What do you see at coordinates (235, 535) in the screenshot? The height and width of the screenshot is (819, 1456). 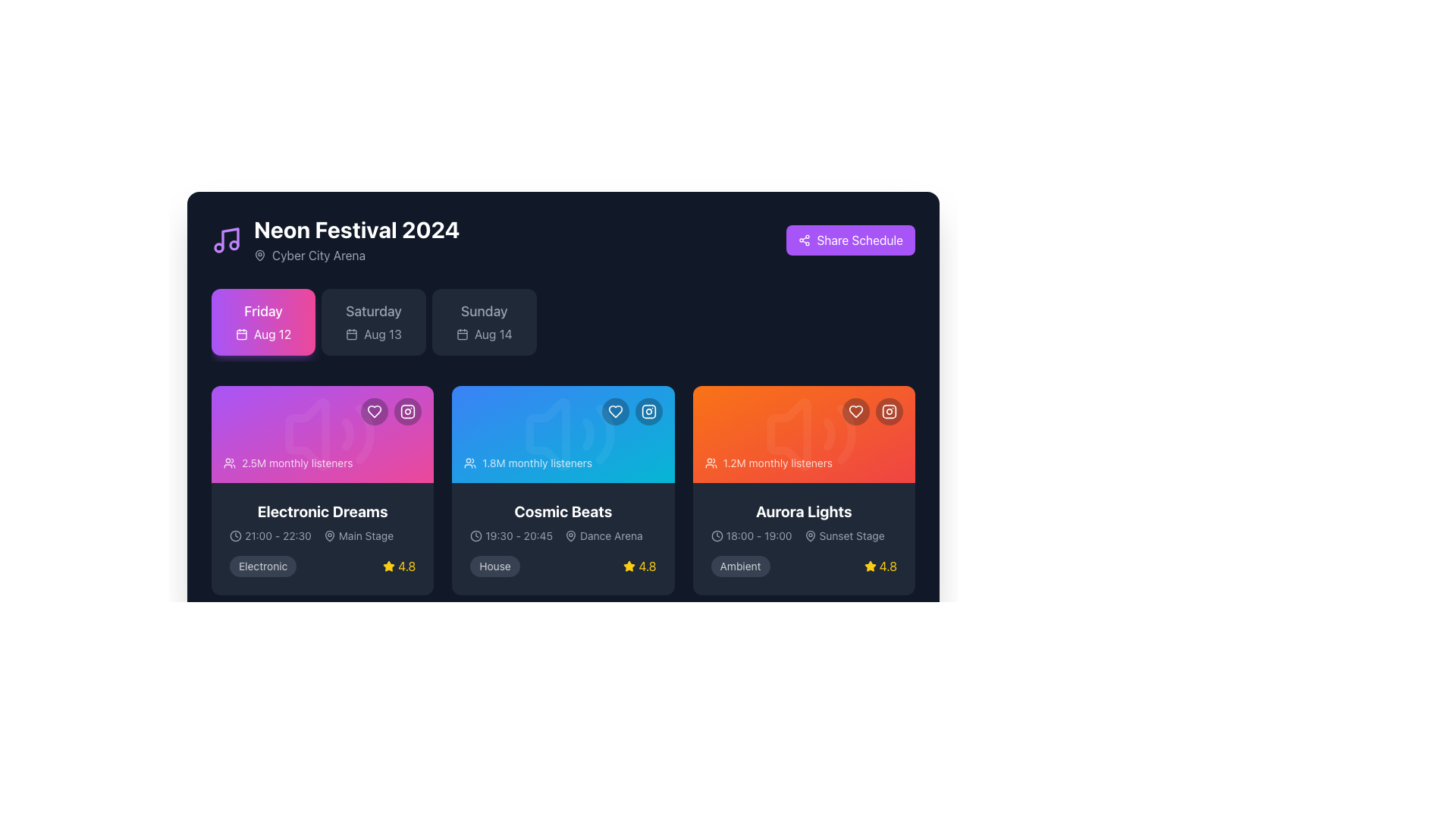 I see `the clock icon located to the left of the text '21:00 - 22:30' within the card labeled 'Electronic Dreams'` at bounding box center [235, 535].